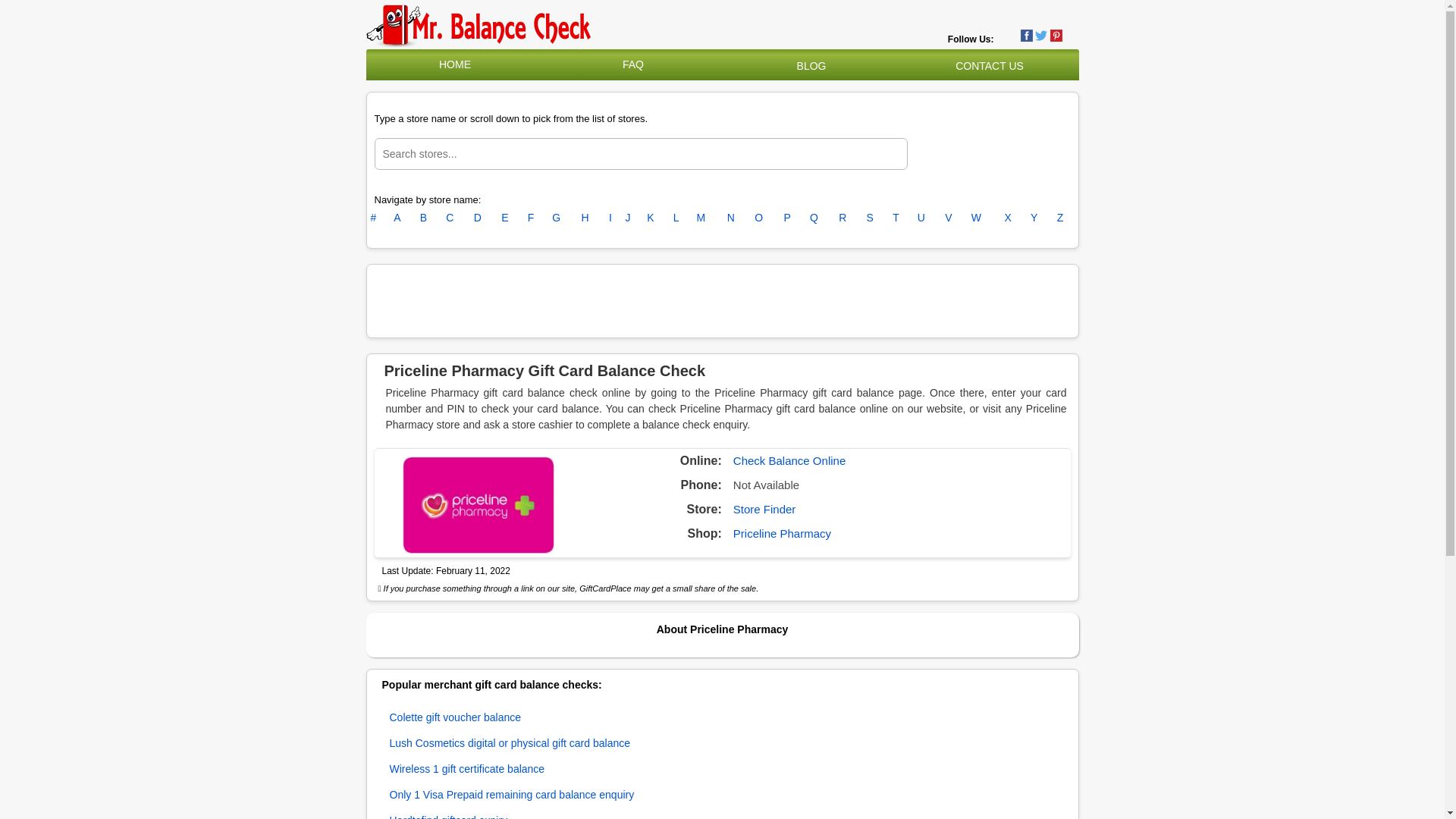 The width and height of the screenshot is (1456, 819). I want to click on 'Twitter', so click(1040, 34).